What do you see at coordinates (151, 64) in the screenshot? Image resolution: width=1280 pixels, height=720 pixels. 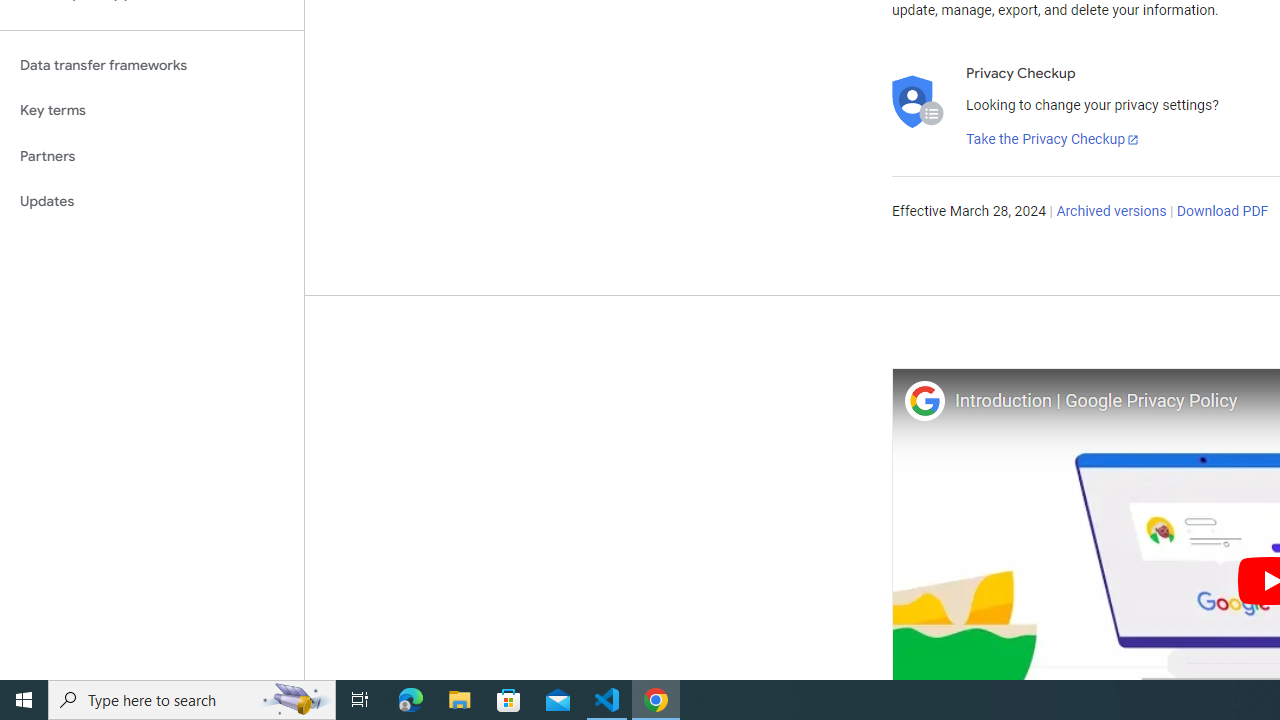 I see `'Data transfer frameworks'` at bounding box center [151, 64].